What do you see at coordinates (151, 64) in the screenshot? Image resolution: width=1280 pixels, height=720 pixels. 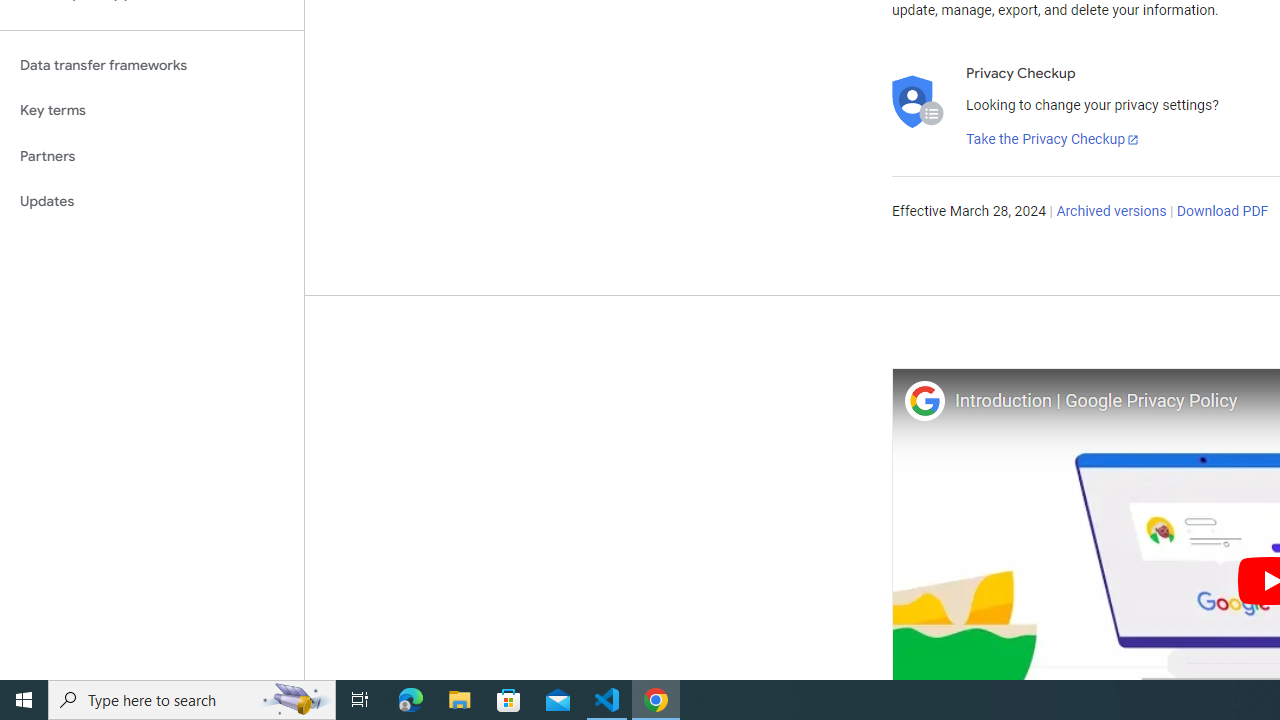 I see `'Data transfer frameworks'` at bounding box center [151, 64].